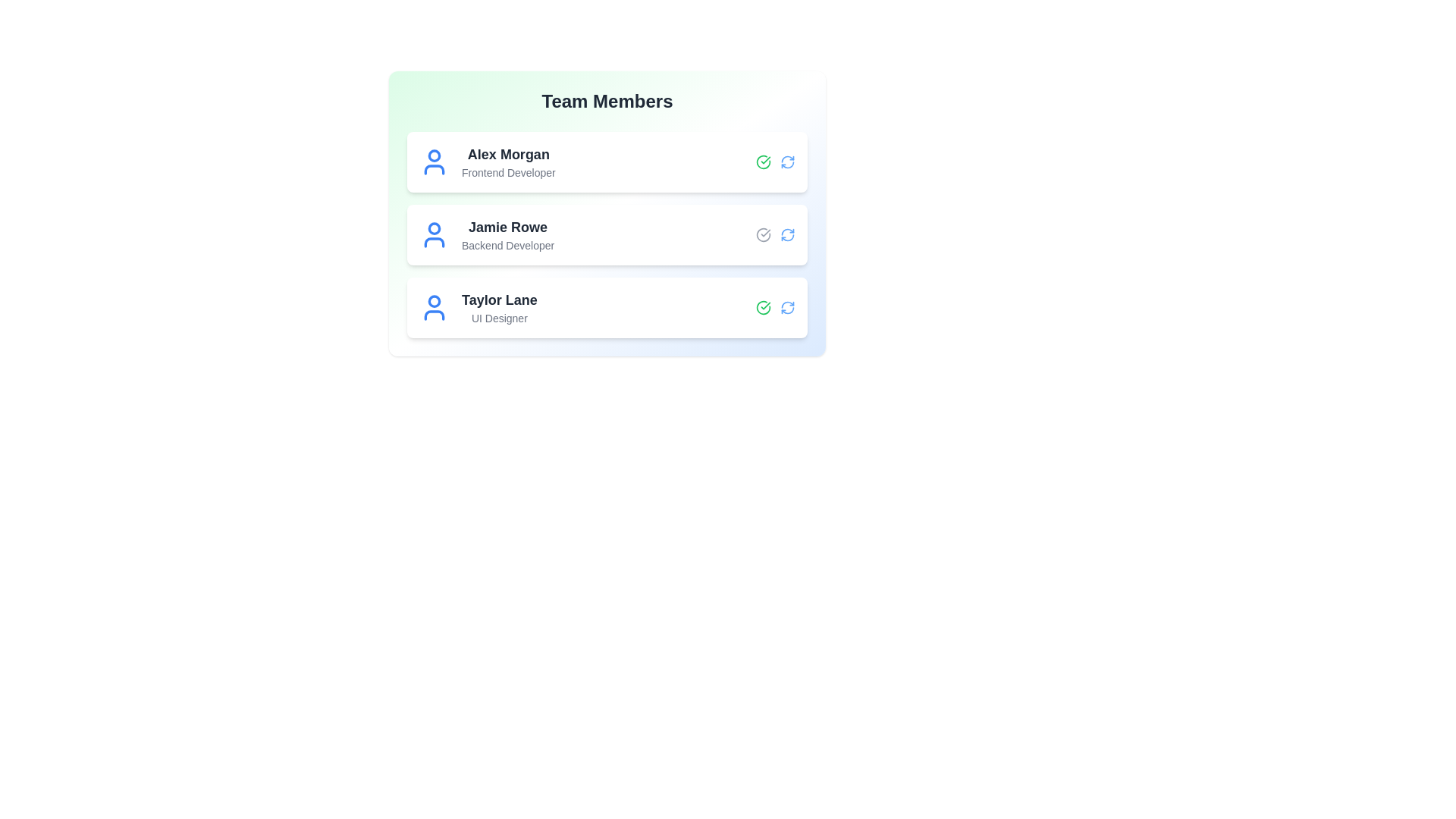 The width and height of the screenshot is (1456, 819). What do you see at coordinates (787, 162) in the screenshot?
I see `refresh icon for the member with name Alex Morgan` at bounding box center [787, 162].